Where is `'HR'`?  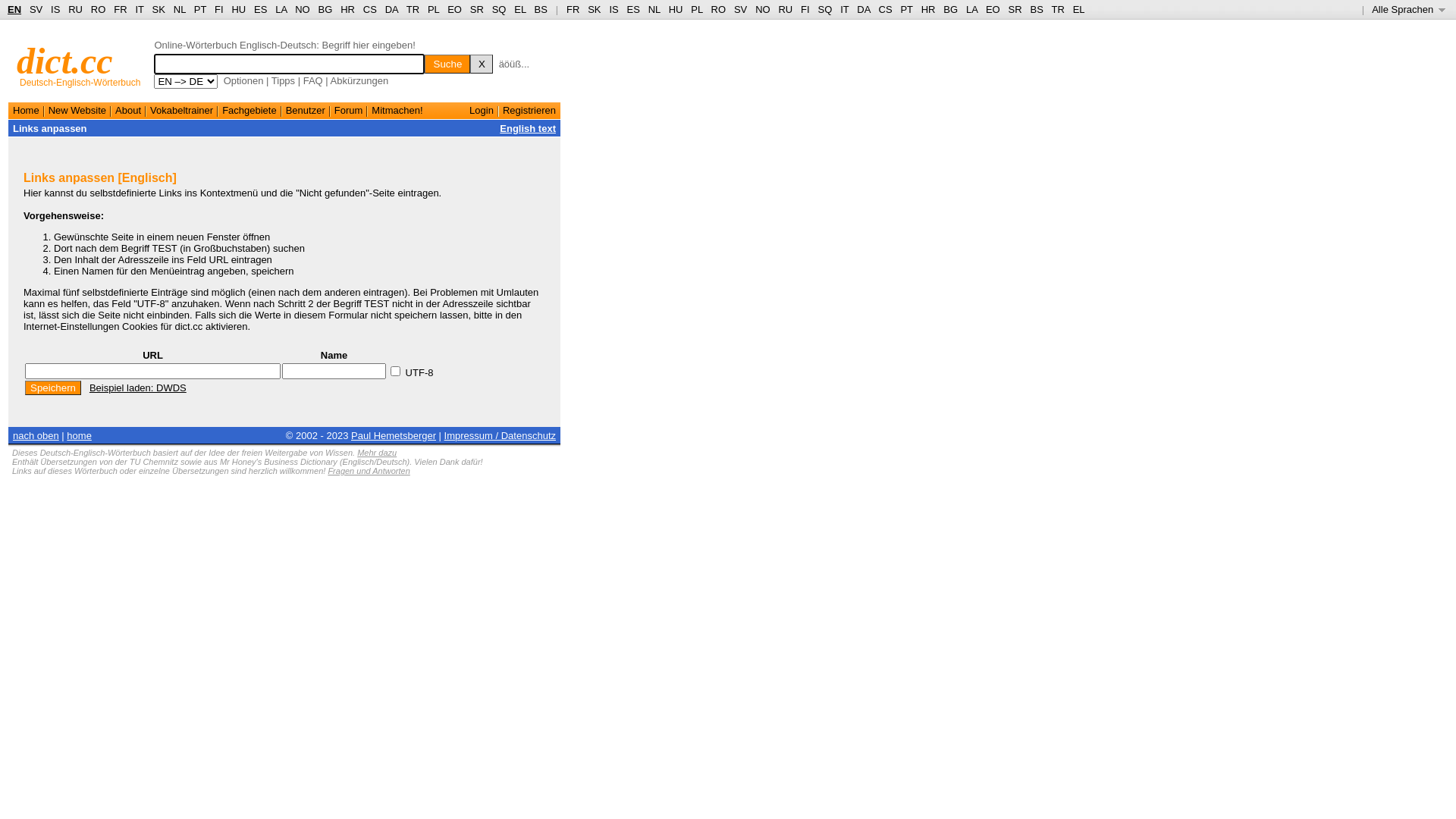
'HR' is located at coordinates (347, 9).